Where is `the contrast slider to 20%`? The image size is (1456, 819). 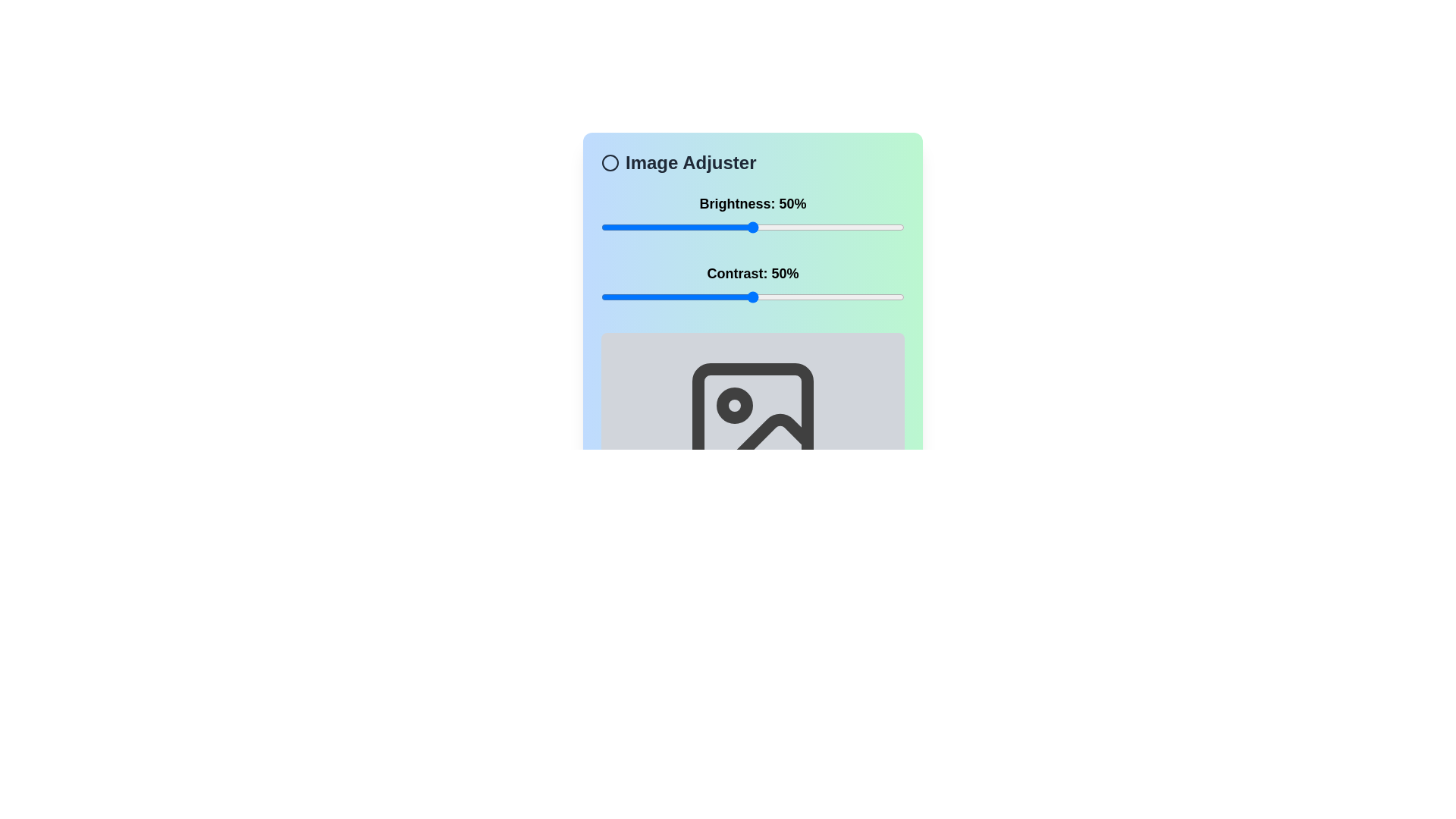 the contrast slider to 20% is located at coordinates (662, 297).